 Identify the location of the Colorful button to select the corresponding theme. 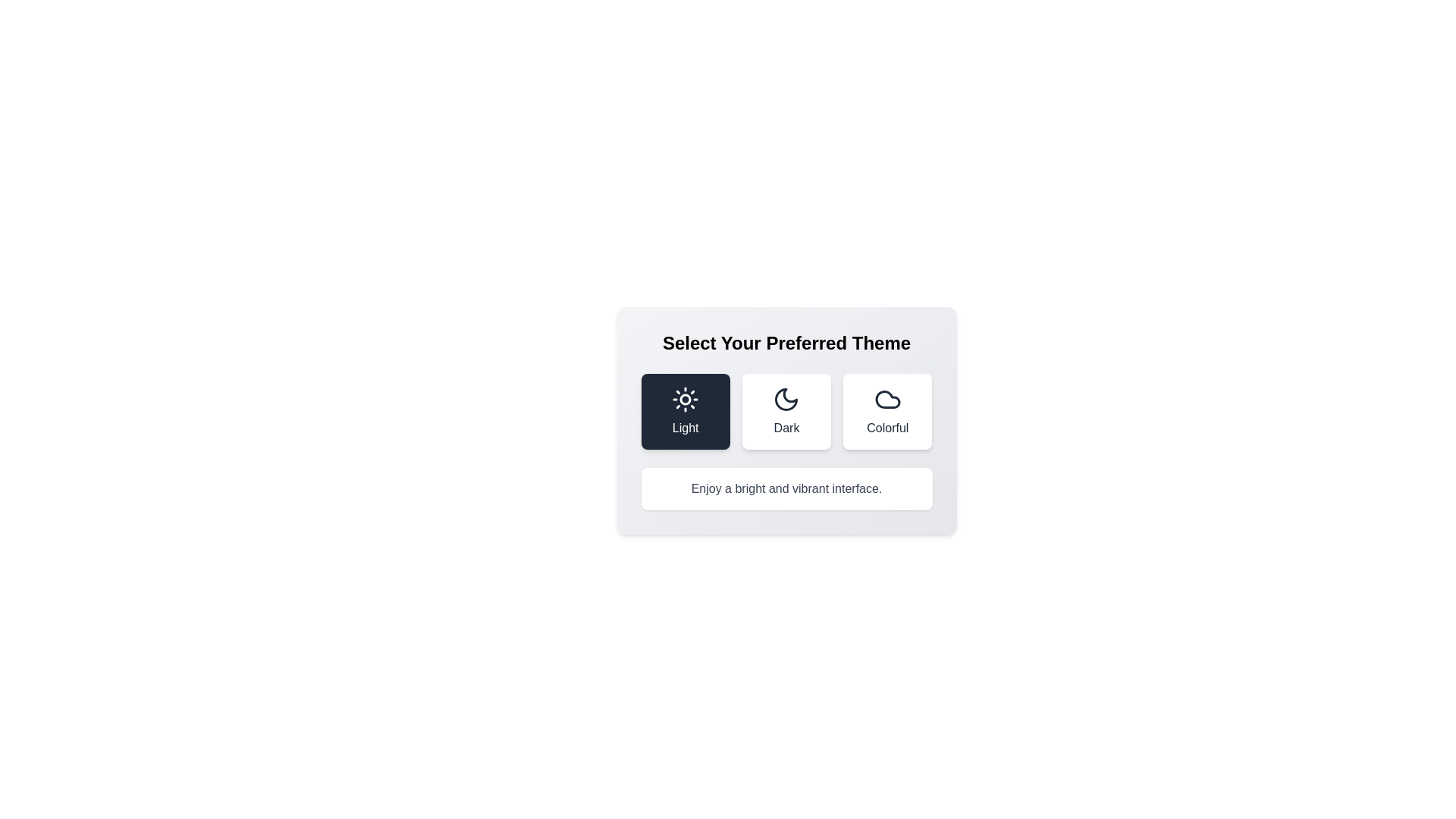
(887, 412).